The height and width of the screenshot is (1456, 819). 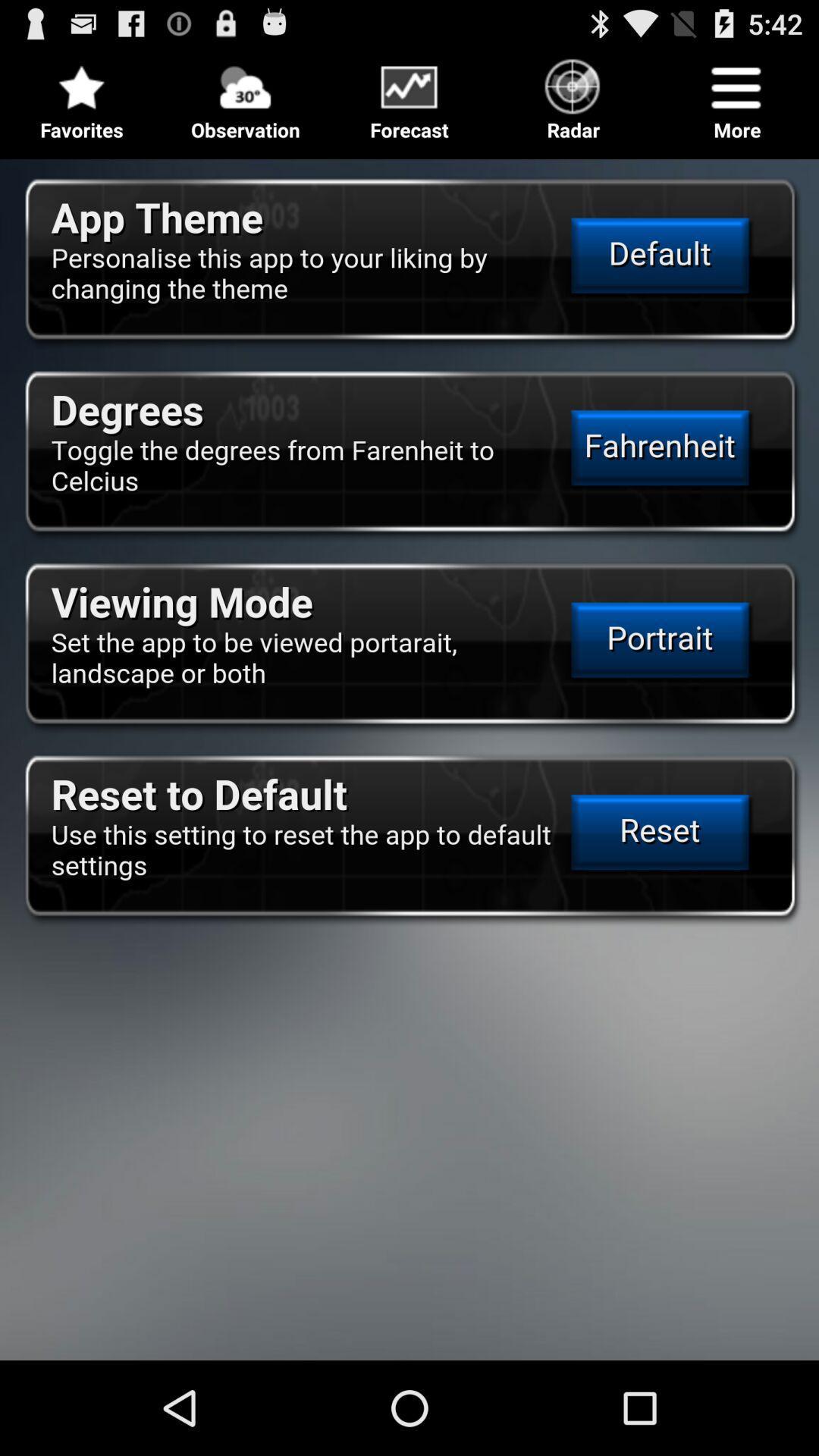 What do you see at coordinates (409, 754) in the screenshot?
I see `settings options` at bounding box center [409, 754].